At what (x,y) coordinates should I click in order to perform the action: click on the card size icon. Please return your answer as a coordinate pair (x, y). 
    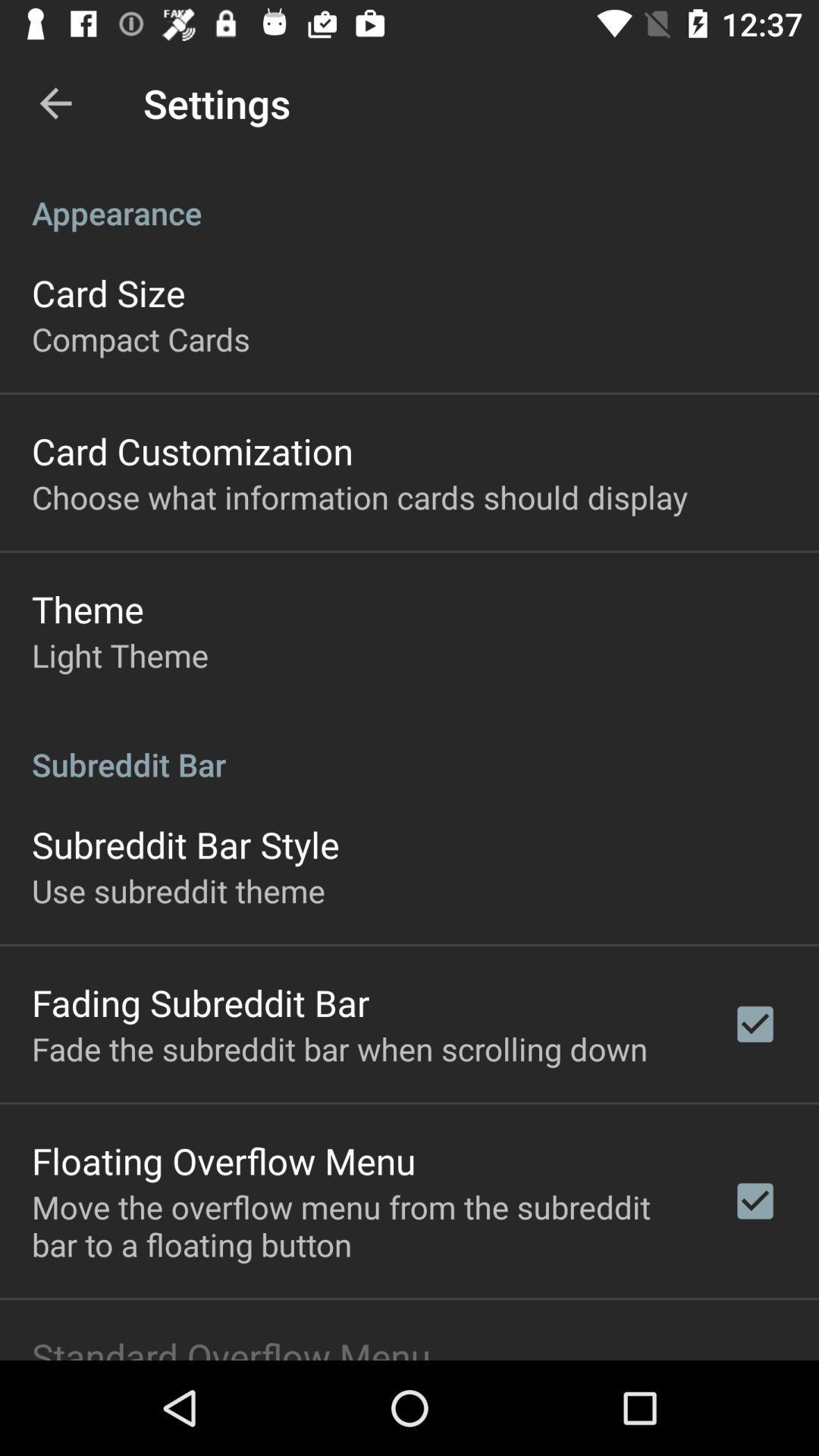
    Looking at the image, I should click on (108, 293).